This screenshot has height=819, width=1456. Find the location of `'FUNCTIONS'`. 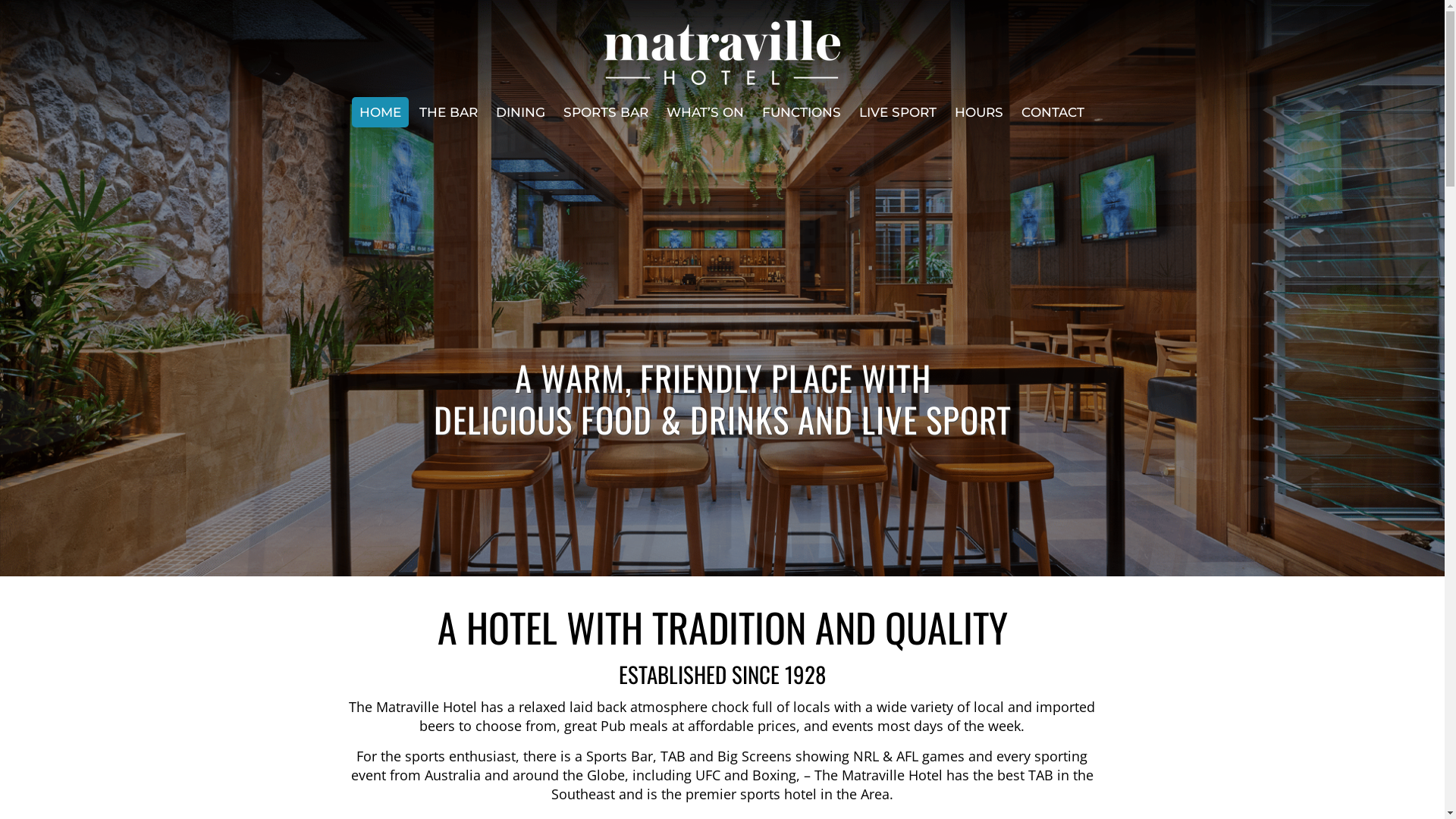

'FUNCTIONS' is located at coordinates (800, 111).